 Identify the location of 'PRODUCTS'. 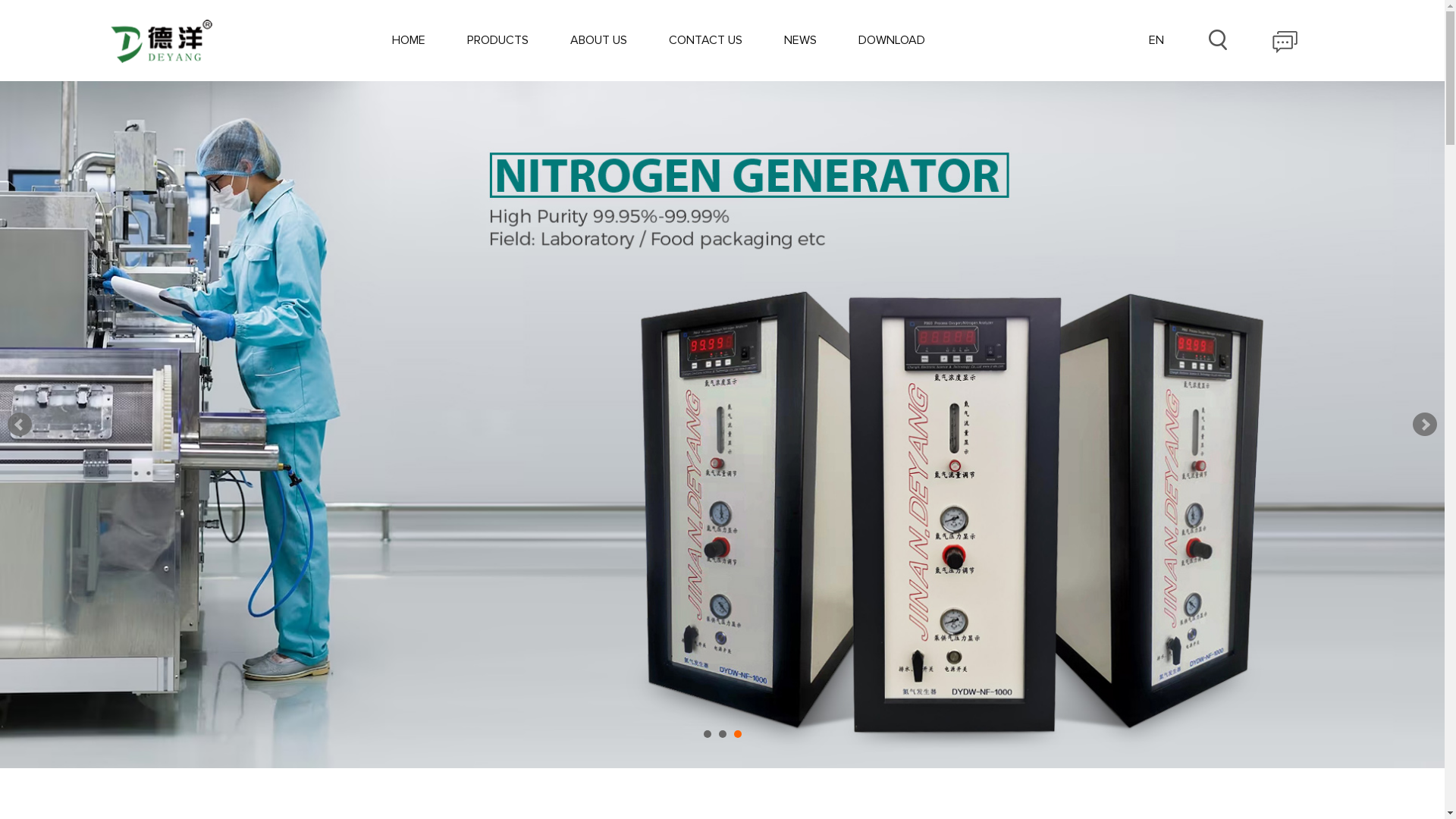
(497, 39).